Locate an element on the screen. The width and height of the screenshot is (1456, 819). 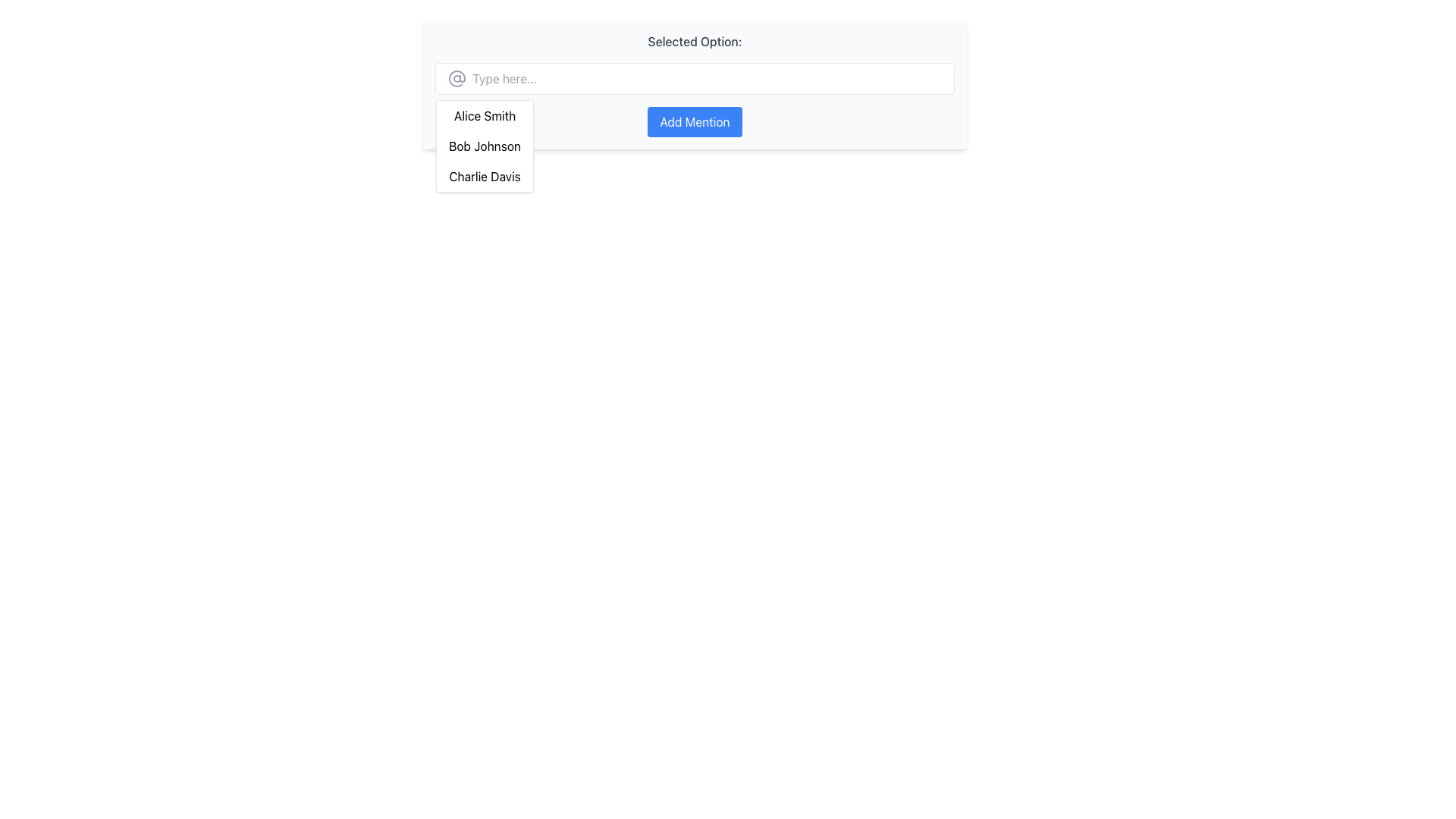
the rectangular button with rounded corners that has a blue background and white text saying 'Add Mention' is located at coordinates (694, 121).